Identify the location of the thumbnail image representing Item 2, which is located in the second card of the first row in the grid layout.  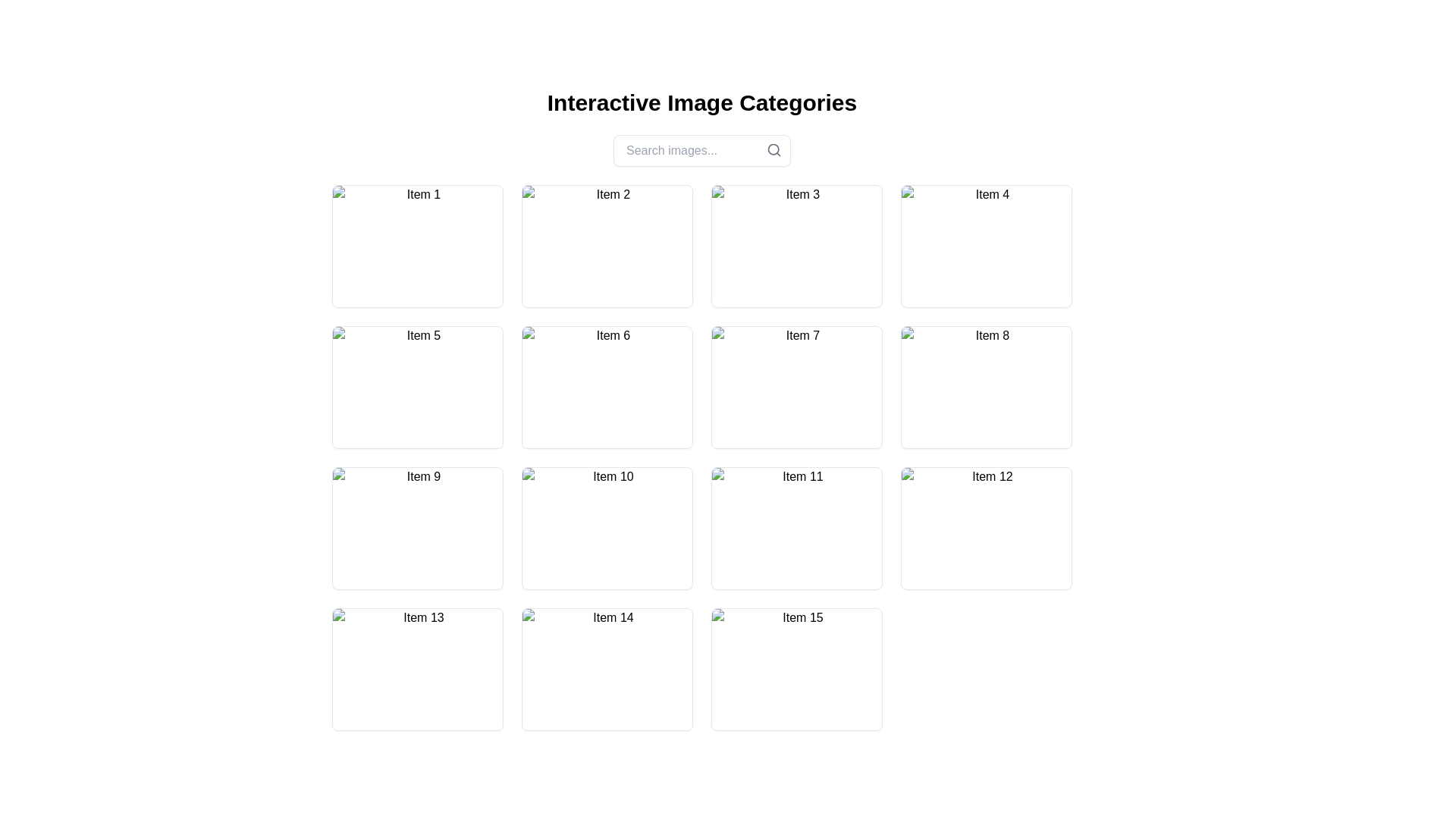
(607, 245).